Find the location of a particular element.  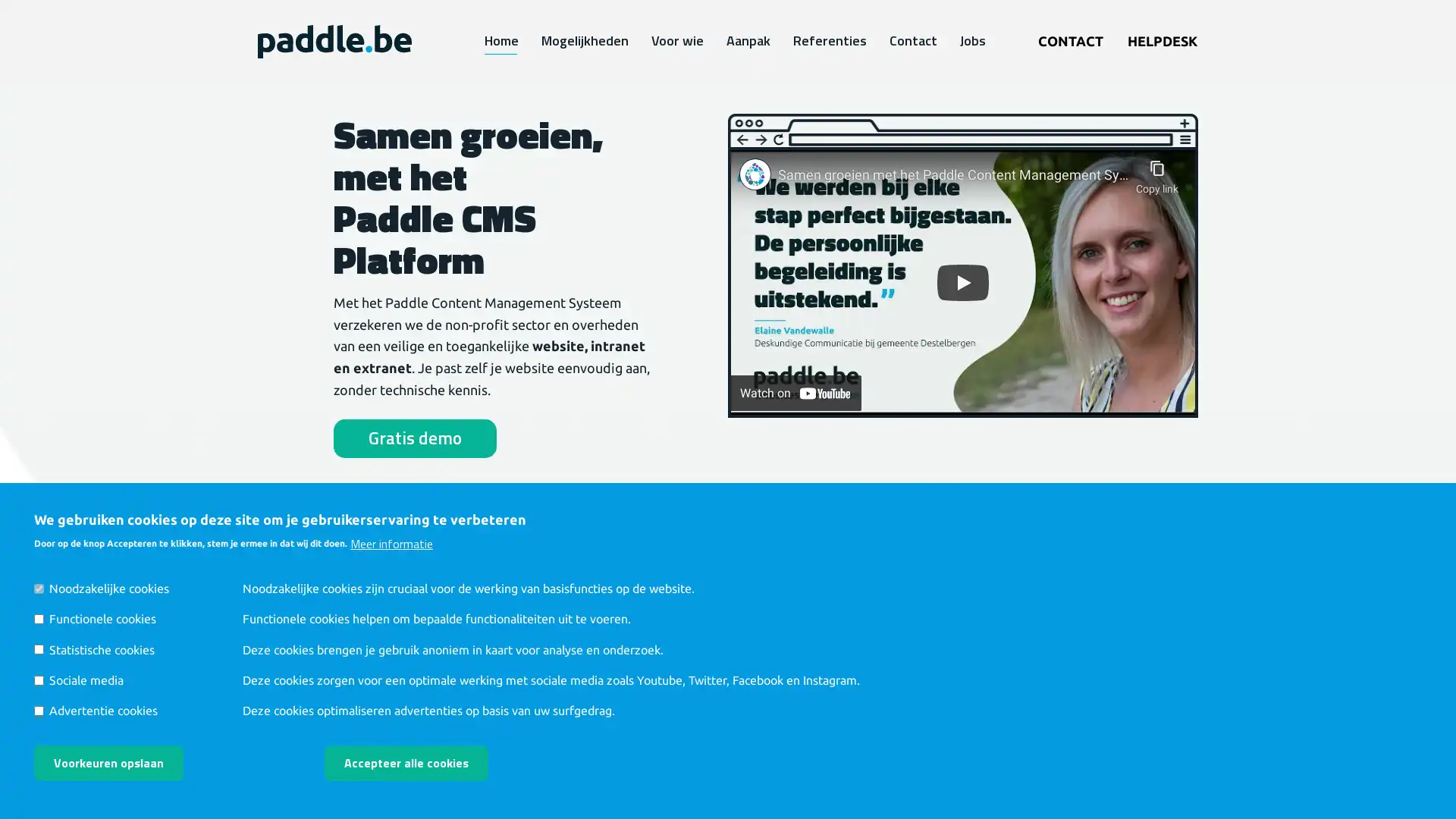

Accepteer alle cookies is located at coordinates (406, 763).